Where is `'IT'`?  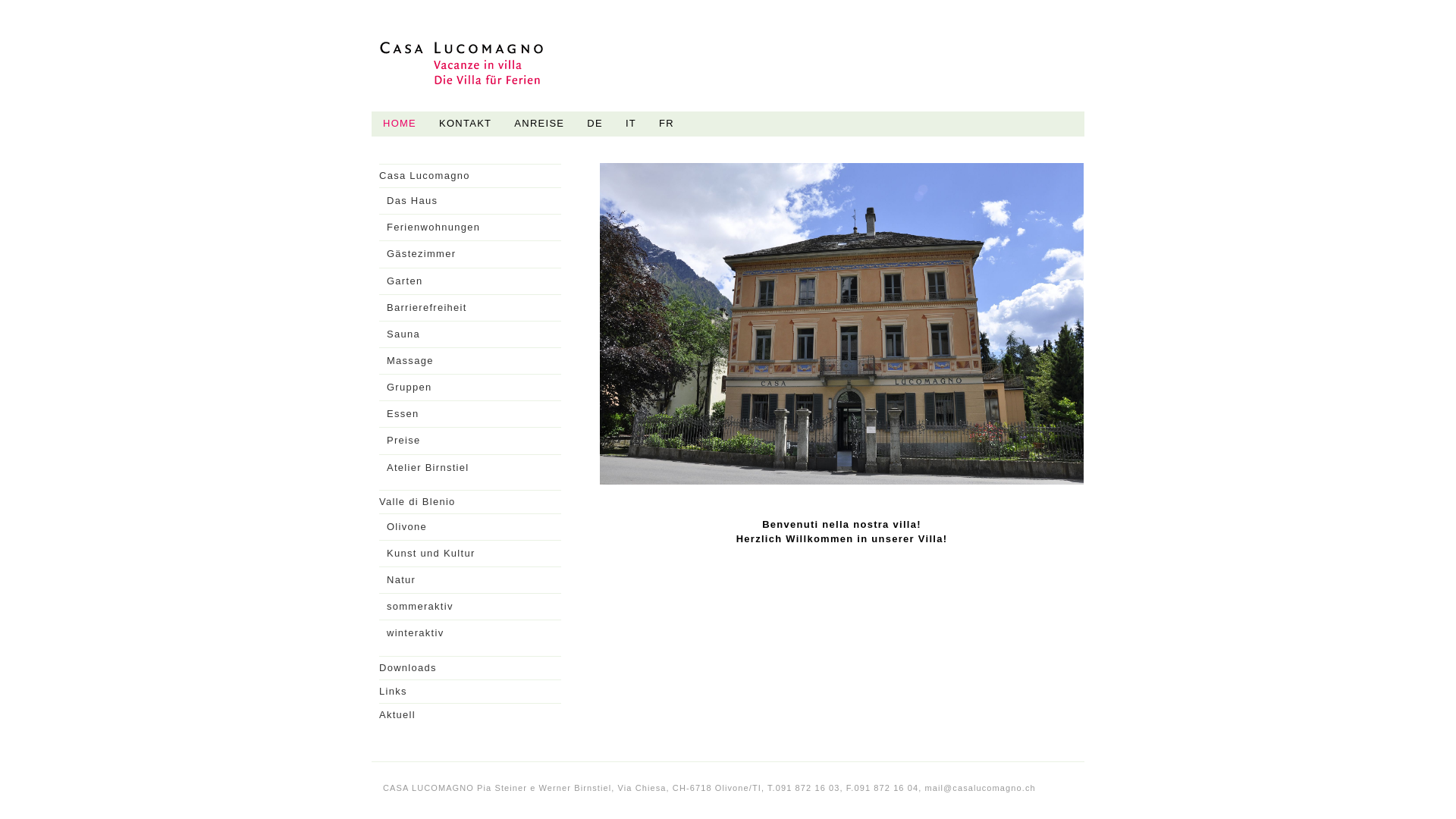 'IT' is located at coordinates (630, 123).